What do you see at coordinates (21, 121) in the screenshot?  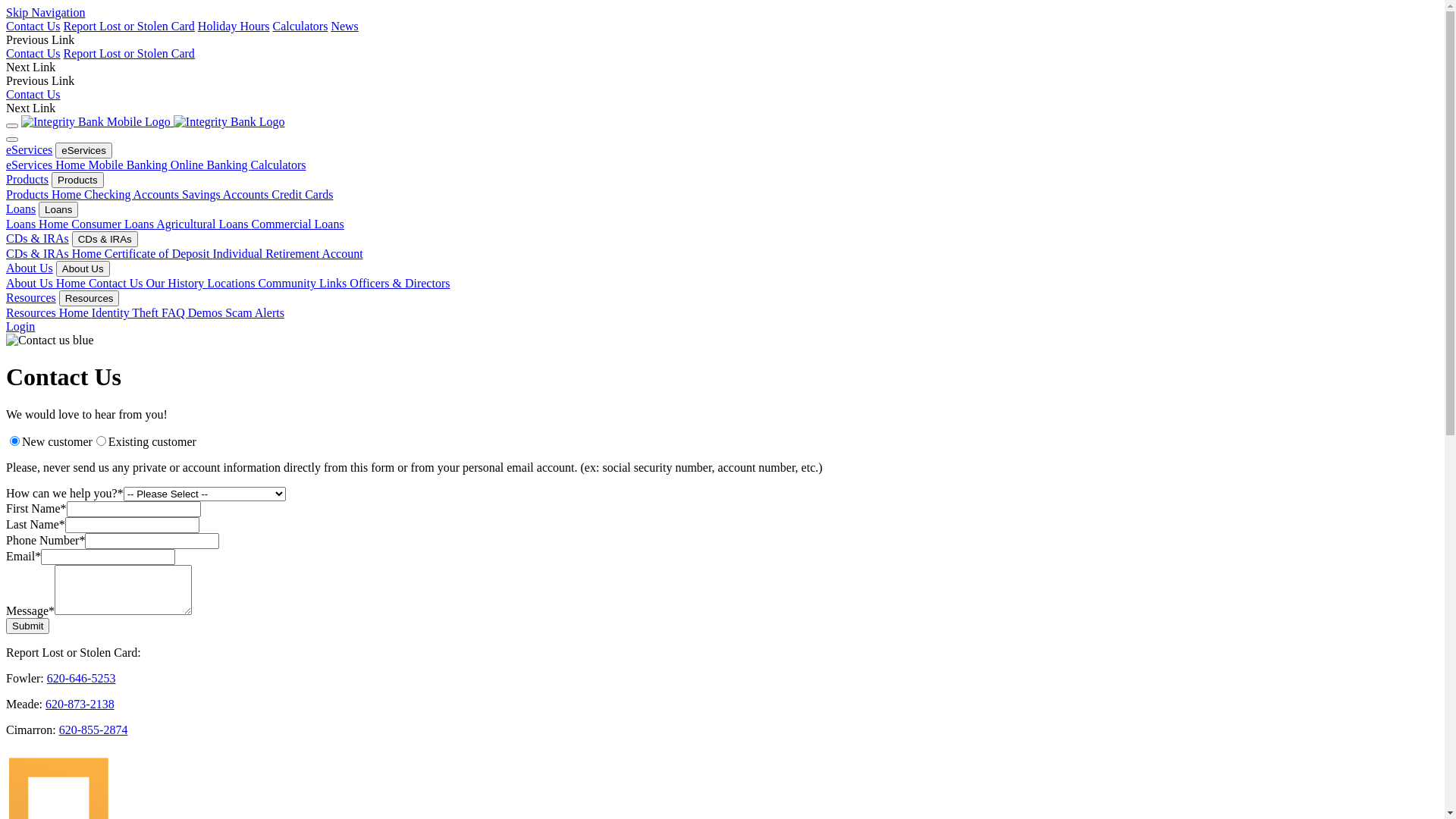 I see `'Home'` at bounding box center [21, 121].